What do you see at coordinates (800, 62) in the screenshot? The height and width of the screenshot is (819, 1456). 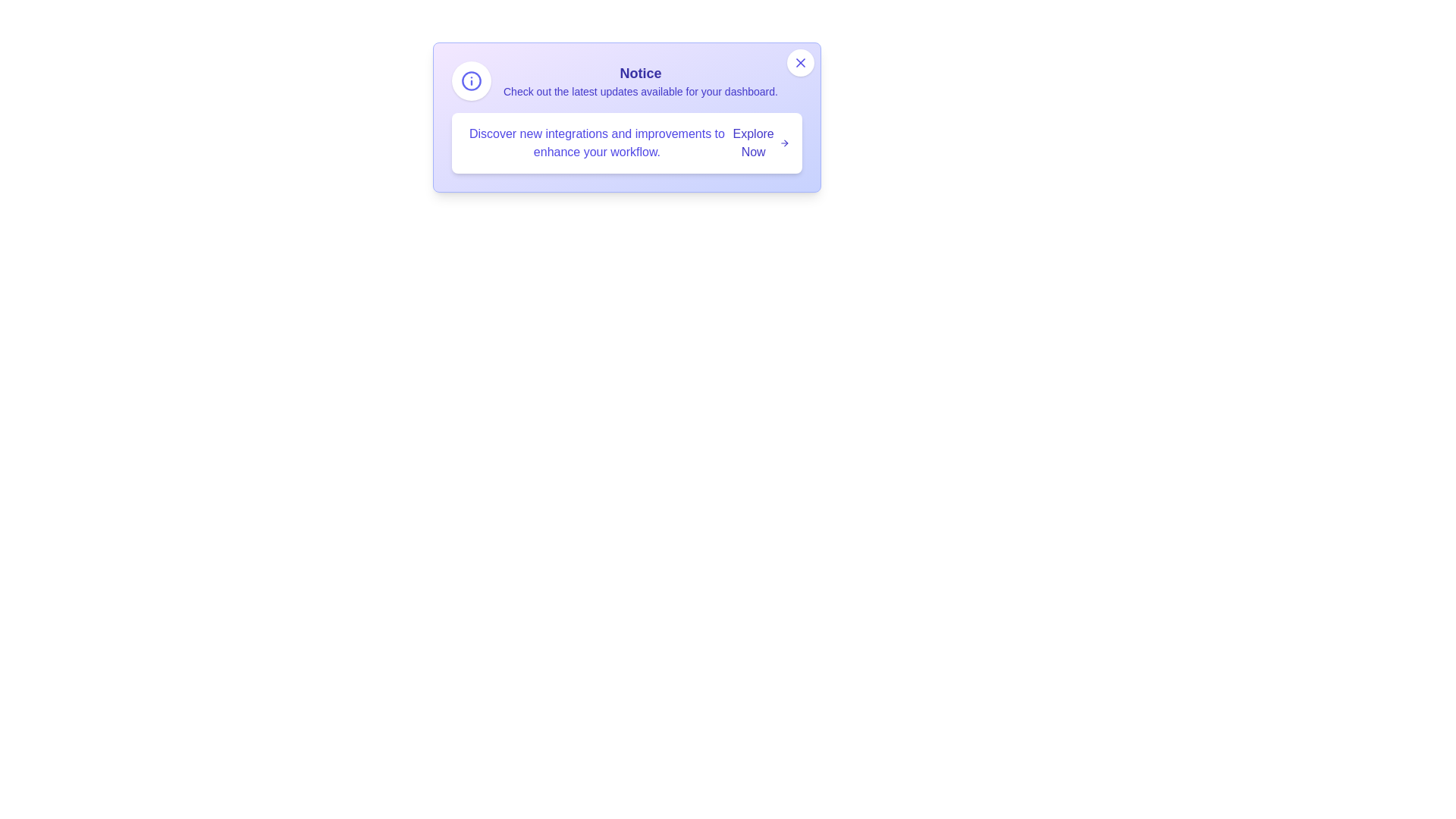 I see `the close button in the top-right corner of the alert card` at bounding box center [800, 62].